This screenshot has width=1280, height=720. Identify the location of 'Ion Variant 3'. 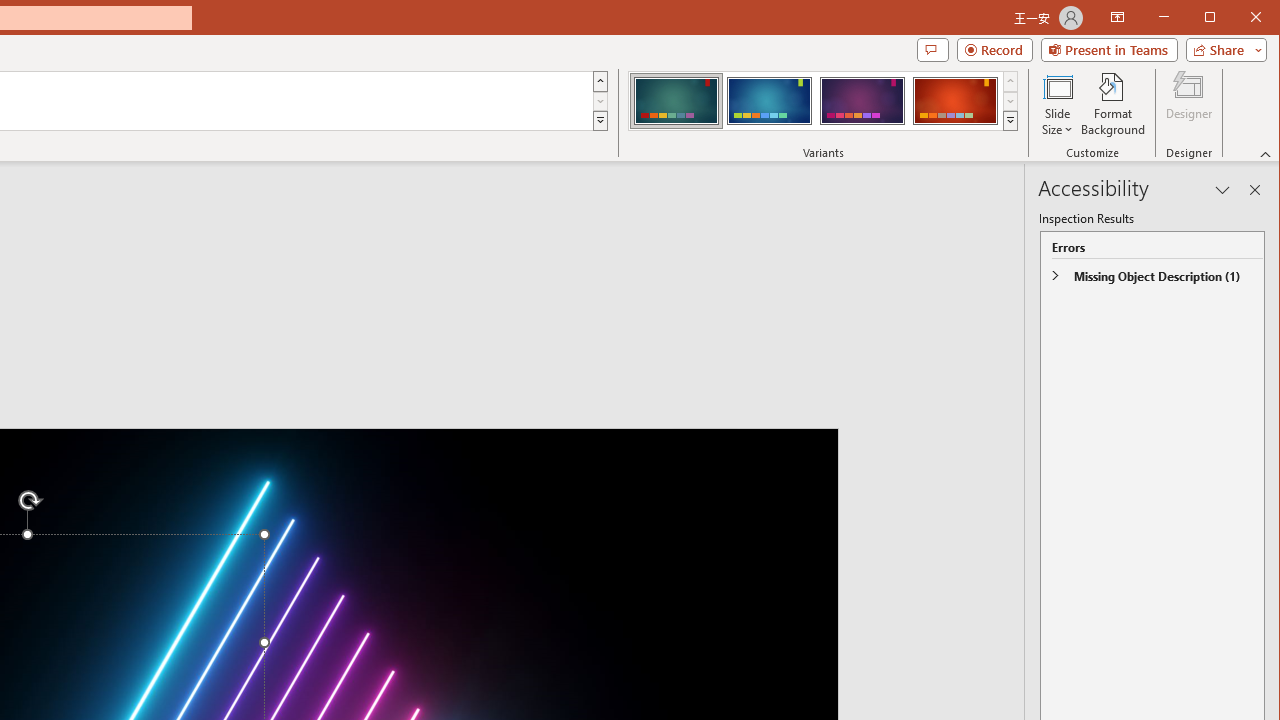
(862, 100).